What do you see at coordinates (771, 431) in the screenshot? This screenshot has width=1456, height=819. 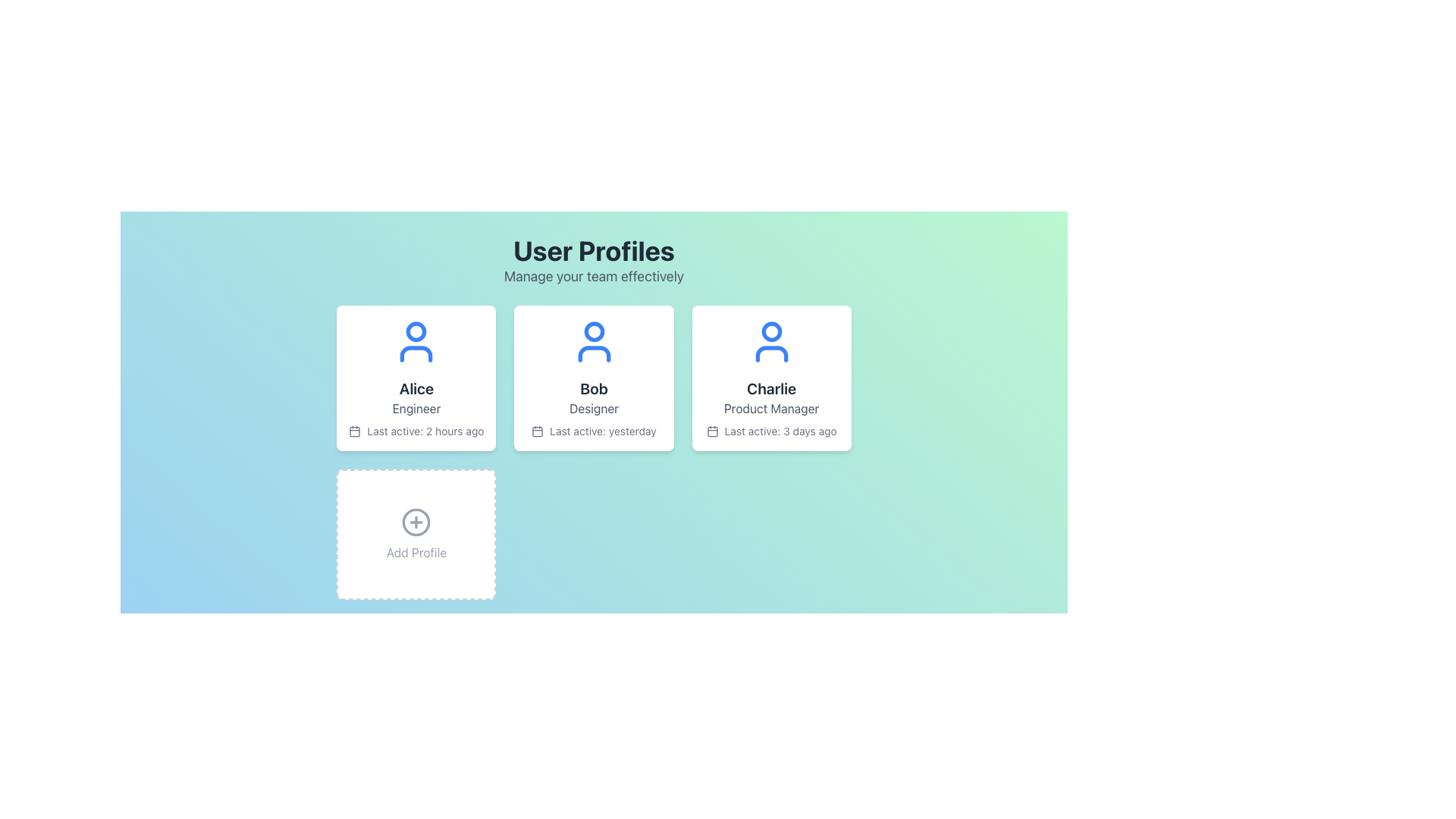 I see `the text label with an icon indicating the last active status of 'Charlie', located below 'Product Manager' in the third profile card` at bounding box center [771, 431].